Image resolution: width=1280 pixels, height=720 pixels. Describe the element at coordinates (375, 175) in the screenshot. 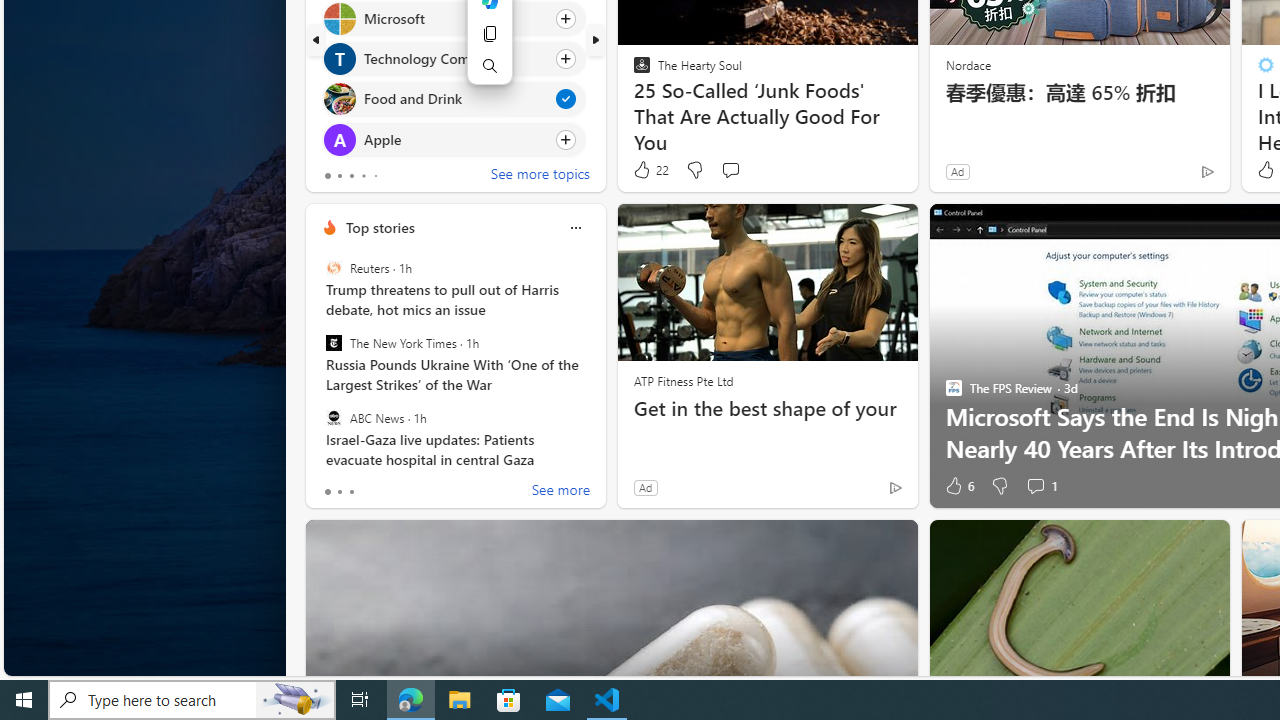

I see `'tab-4'` at that location.